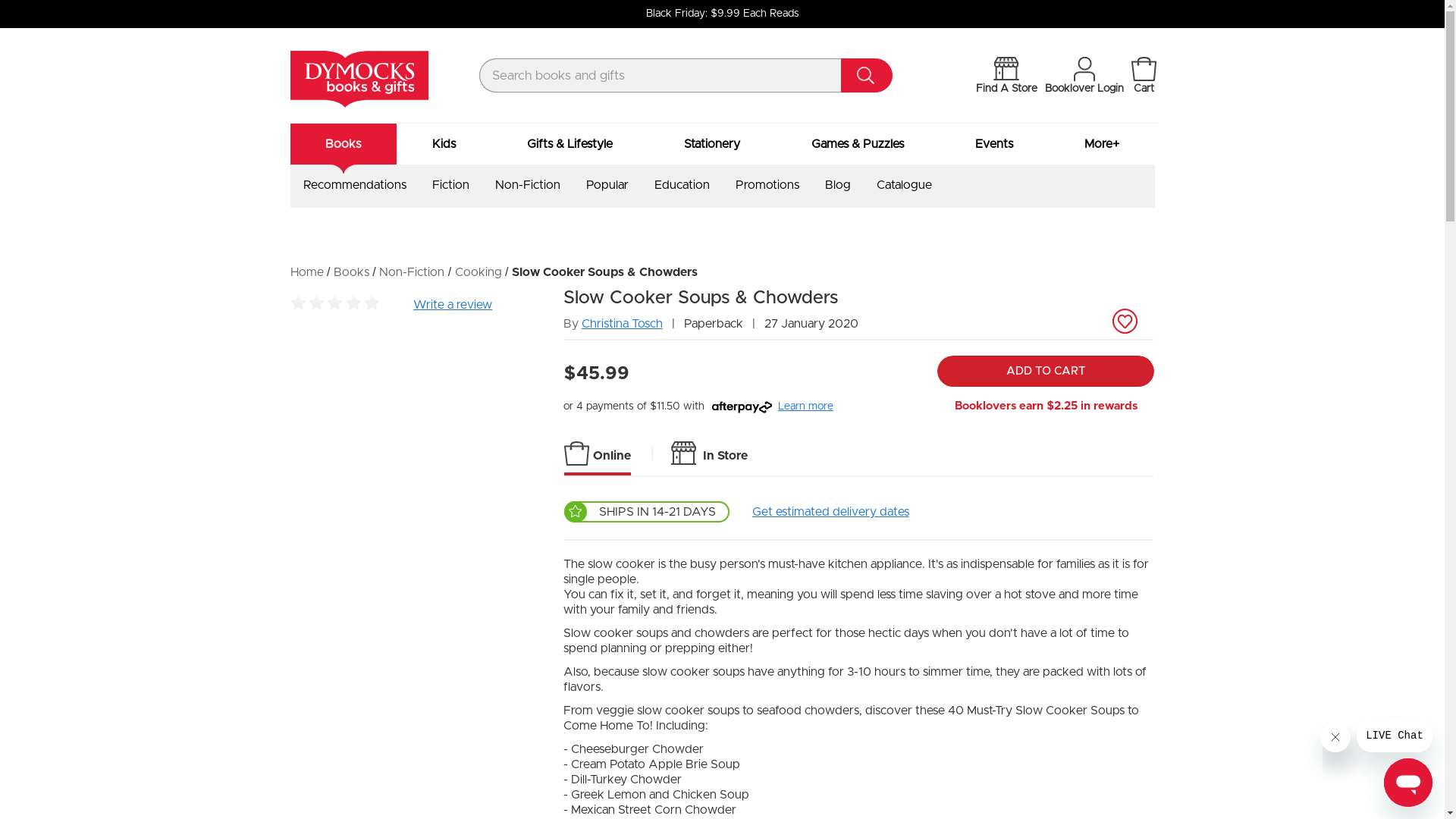  I want to click on 'Learn more', so click(805, 406).